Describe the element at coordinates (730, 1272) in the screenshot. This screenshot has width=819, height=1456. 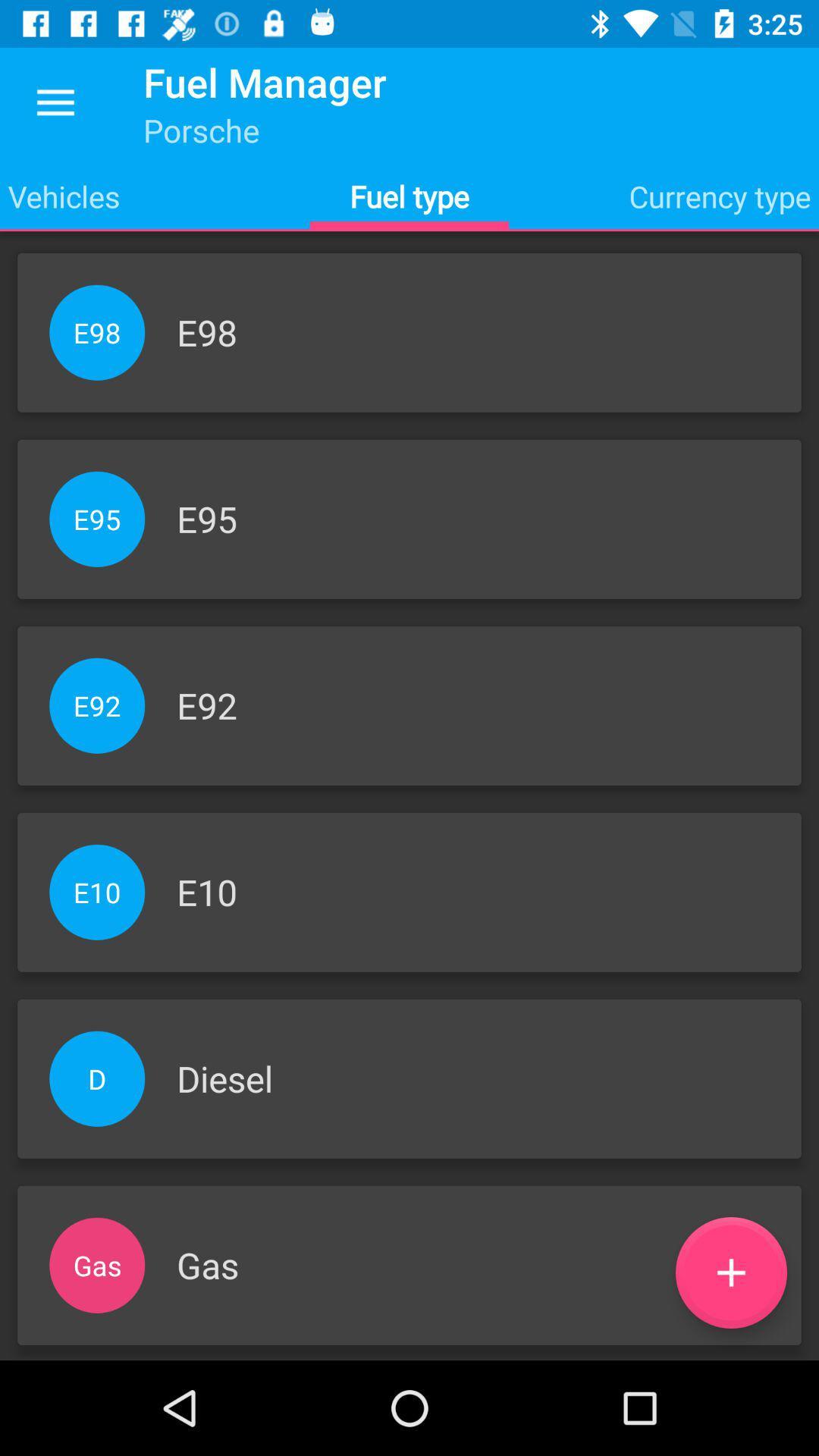
I see `to favorites` at that location.